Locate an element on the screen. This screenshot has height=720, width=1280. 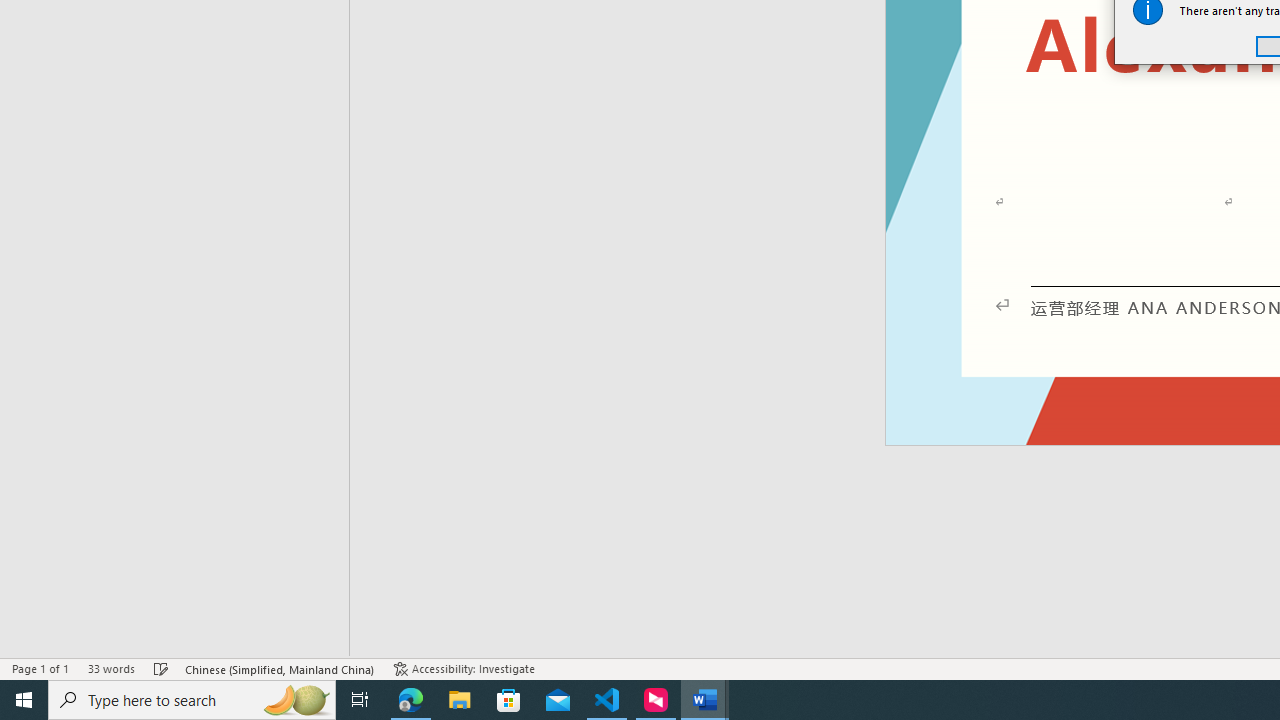
'Language Chinese (Simplified, Mainland China)' is located at coordinates (279, 669).